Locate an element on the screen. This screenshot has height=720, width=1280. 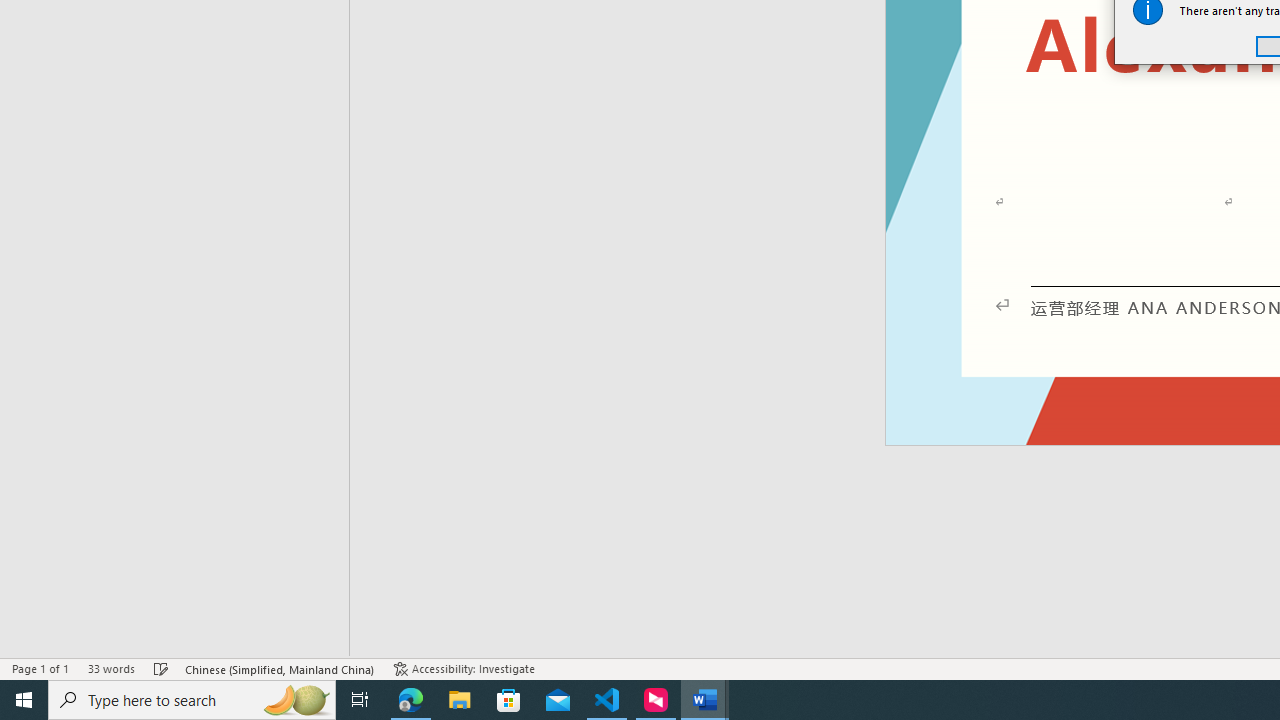
'Language Chinese (Simplified, Mainland China)' is located at coordinates (279, 669).